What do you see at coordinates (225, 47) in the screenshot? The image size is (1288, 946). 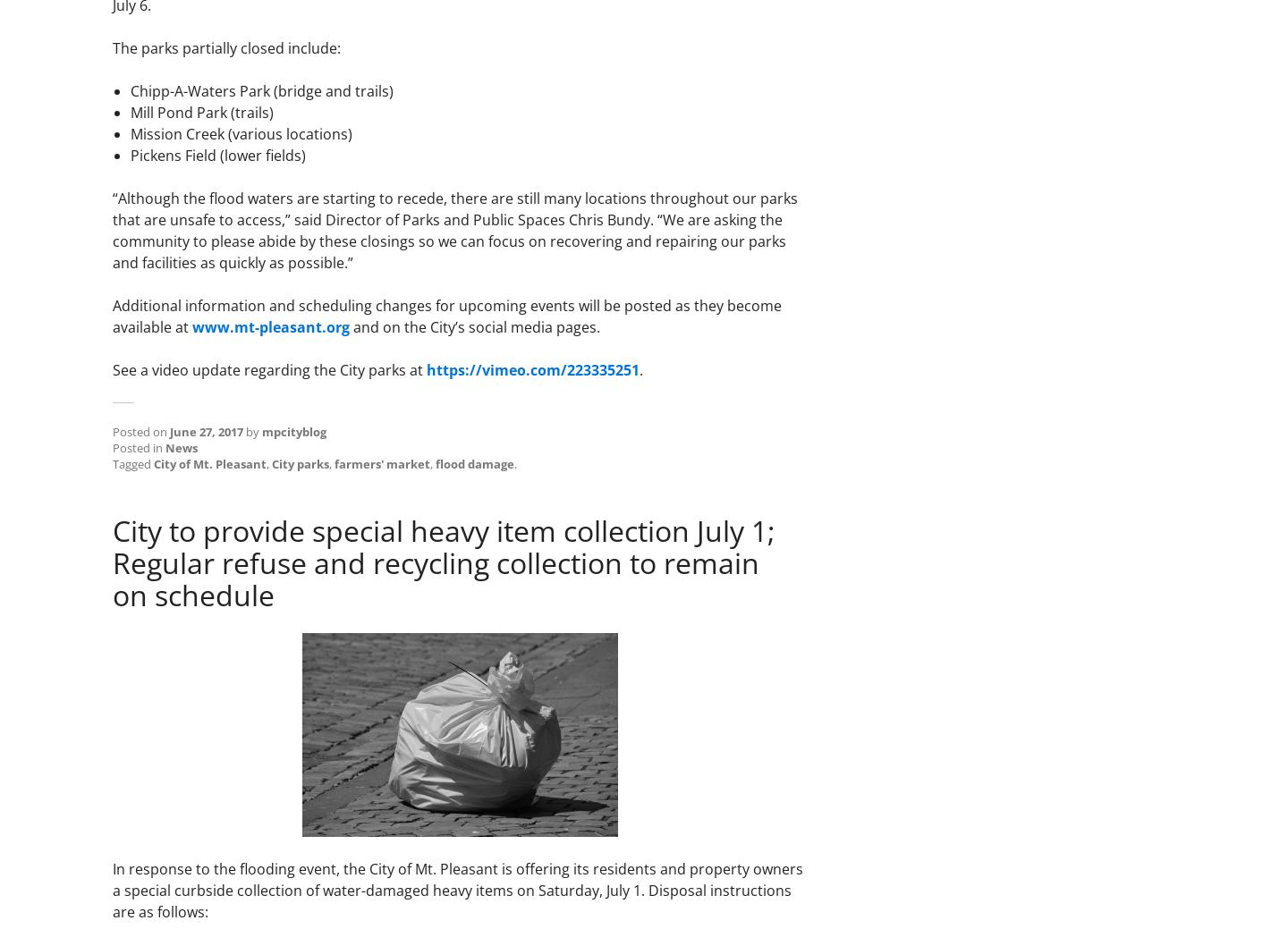 I see `'The parks partially closed include:'` at bounding box center [225, 47].